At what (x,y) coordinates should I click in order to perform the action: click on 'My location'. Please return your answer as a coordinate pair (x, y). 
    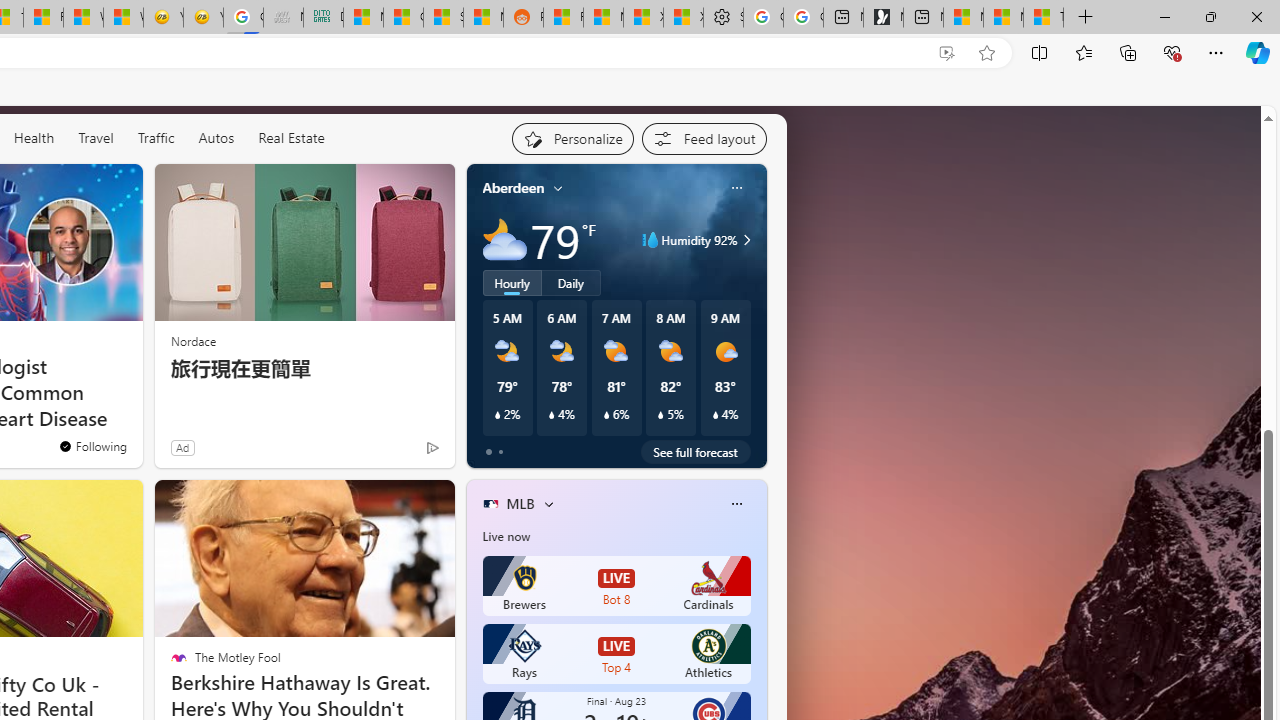
    Looking at the image, I should click on (558, 187).